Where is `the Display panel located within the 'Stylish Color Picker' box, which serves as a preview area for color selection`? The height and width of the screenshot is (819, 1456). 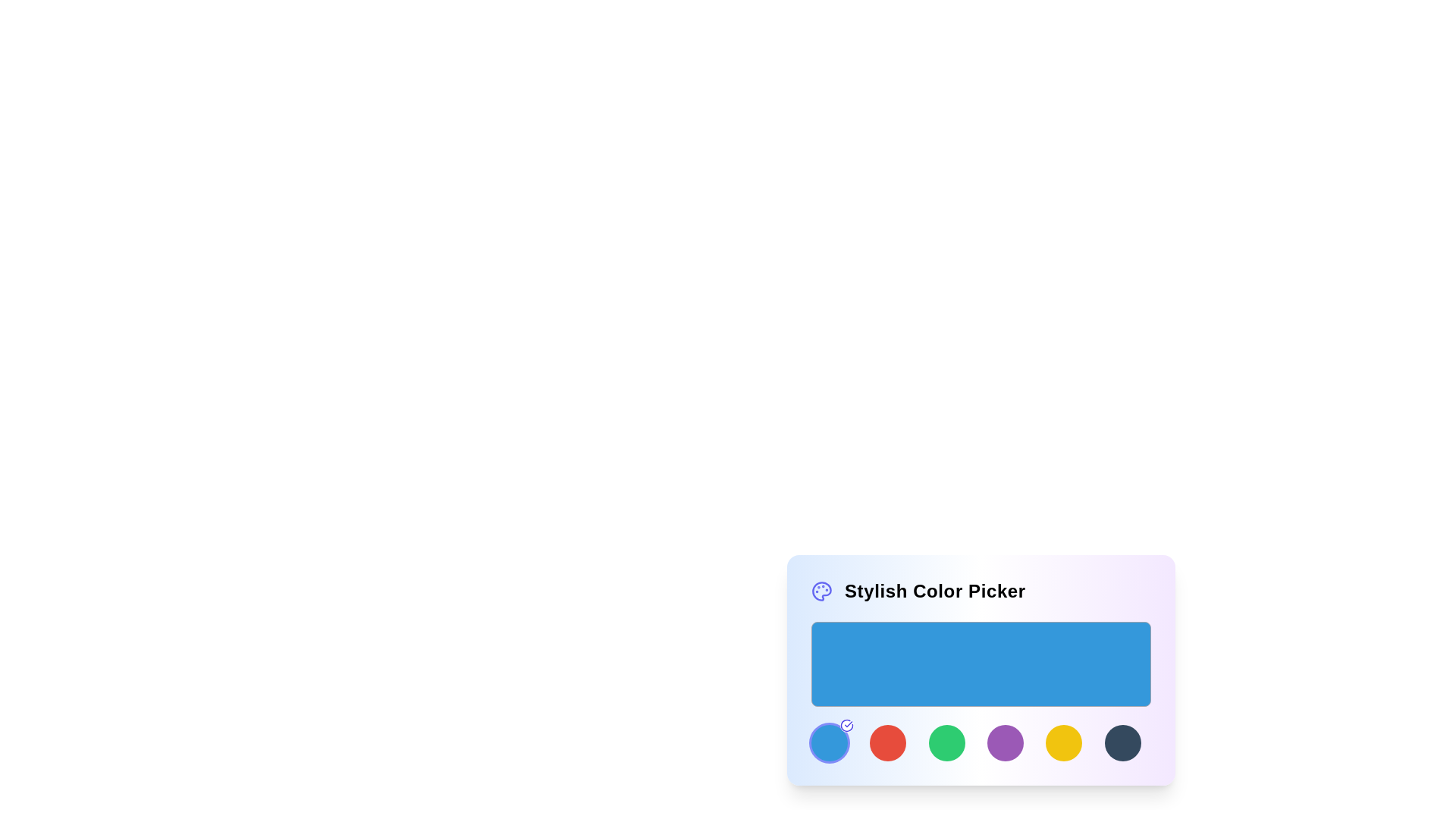
the Display panel located within the 'Stylish Color Picker' box, which serves as a preview area for color selection is located at coordinates (981, 691).